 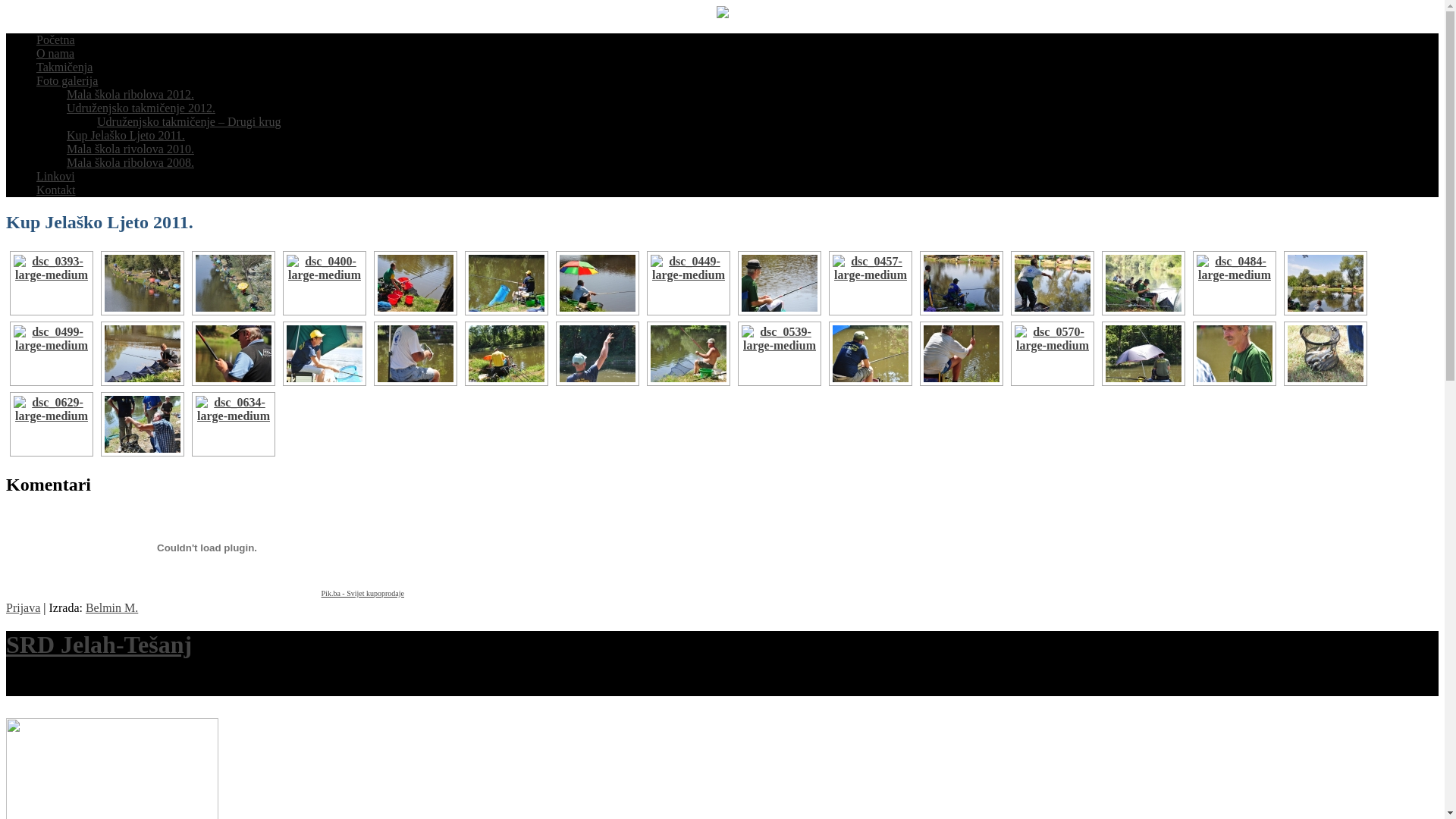 What do you see at coordinates (85, 607) in the screenshot?
I see `'Belmin M.'` at bounding box center [85, 607].